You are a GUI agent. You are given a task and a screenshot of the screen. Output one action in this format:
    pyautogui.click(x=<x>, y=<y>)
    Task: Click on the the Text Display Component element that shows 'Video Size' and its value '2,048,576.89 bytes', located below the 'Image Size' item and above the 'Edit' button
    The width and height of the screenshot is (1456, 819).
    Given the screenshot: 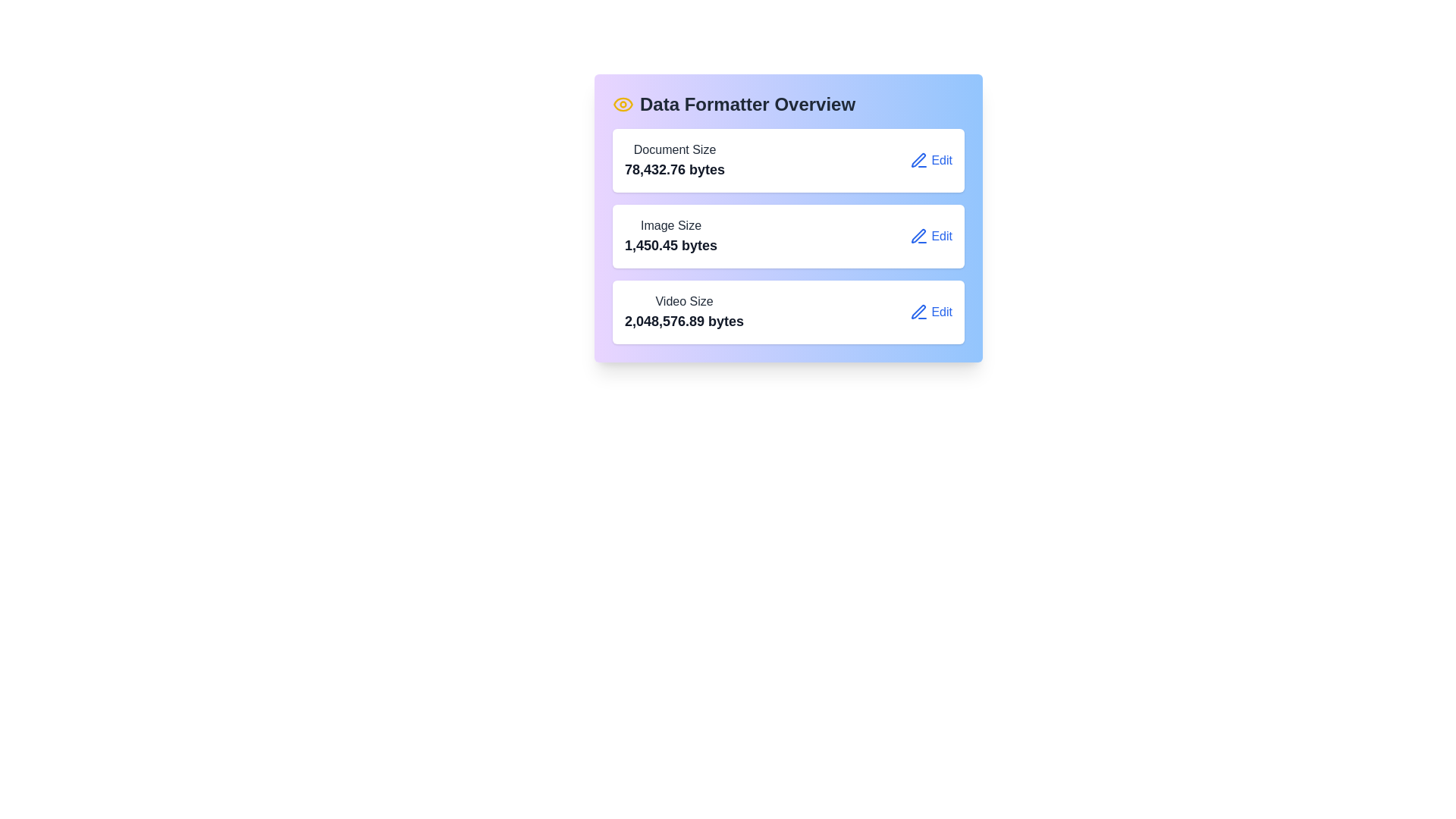 What is the action you would take?
    pyautogui.click(x=683, y=312)
    